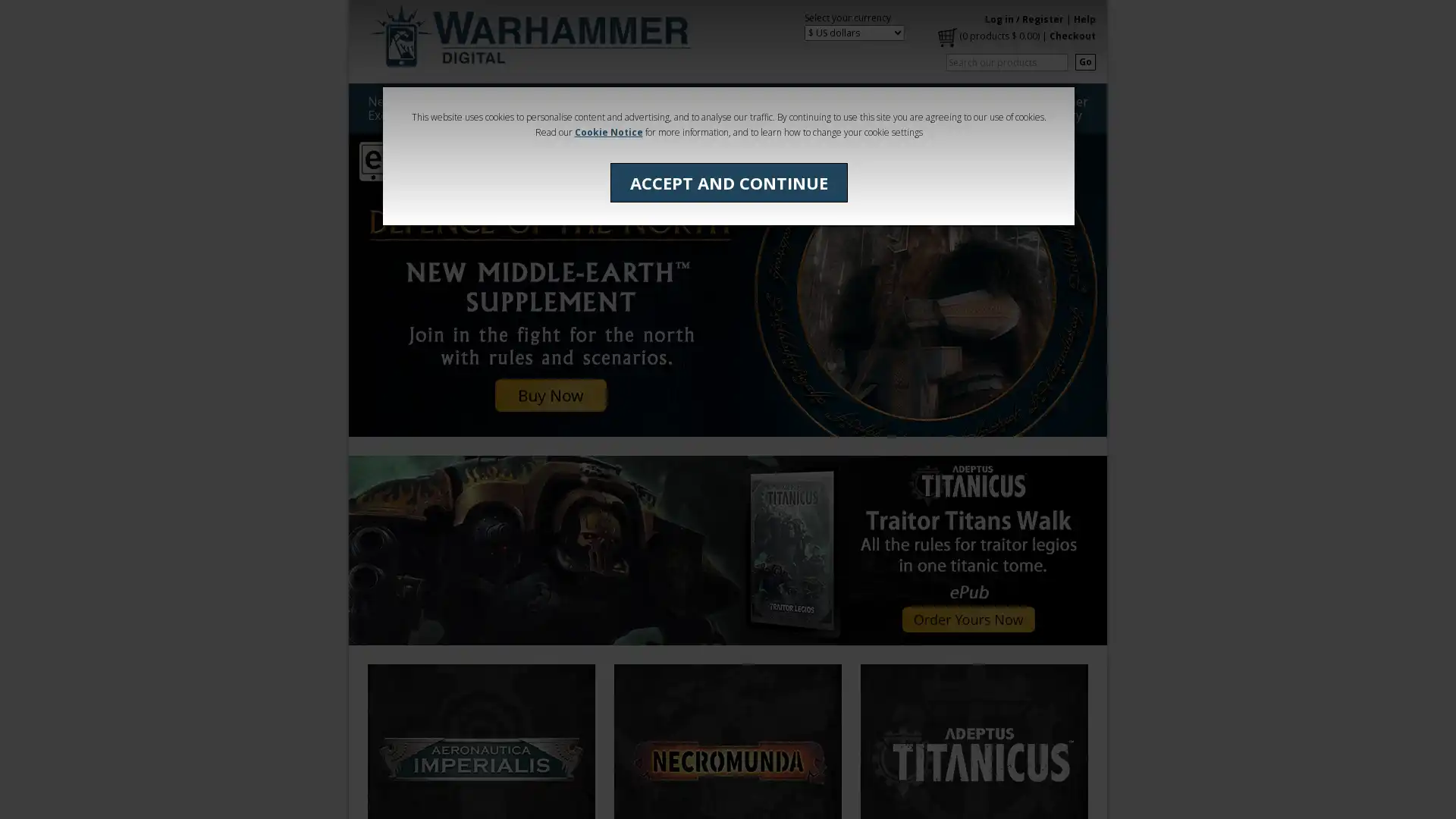 The image size is (1456, 819). I want to click on Go, so click(1084, 61).